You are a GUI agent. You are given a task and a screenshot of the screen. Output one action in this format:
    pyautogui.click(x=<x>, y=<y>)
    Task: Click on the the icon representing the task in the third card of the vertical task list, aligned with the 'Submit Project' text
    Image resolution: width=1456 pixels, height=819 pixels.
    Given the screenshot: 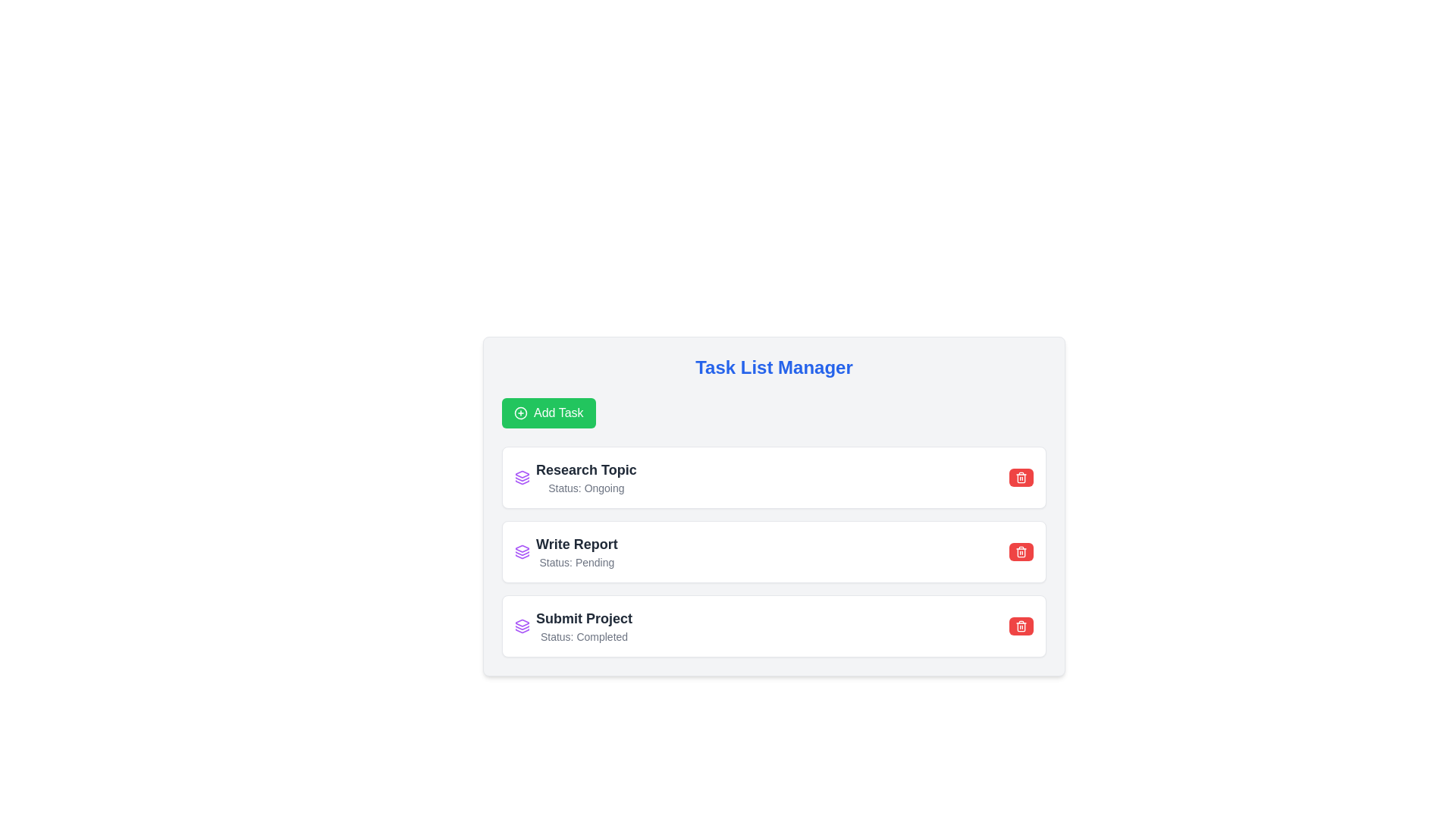 What is the action you would take?
    pyautogui.click(x=522, y=626)
    